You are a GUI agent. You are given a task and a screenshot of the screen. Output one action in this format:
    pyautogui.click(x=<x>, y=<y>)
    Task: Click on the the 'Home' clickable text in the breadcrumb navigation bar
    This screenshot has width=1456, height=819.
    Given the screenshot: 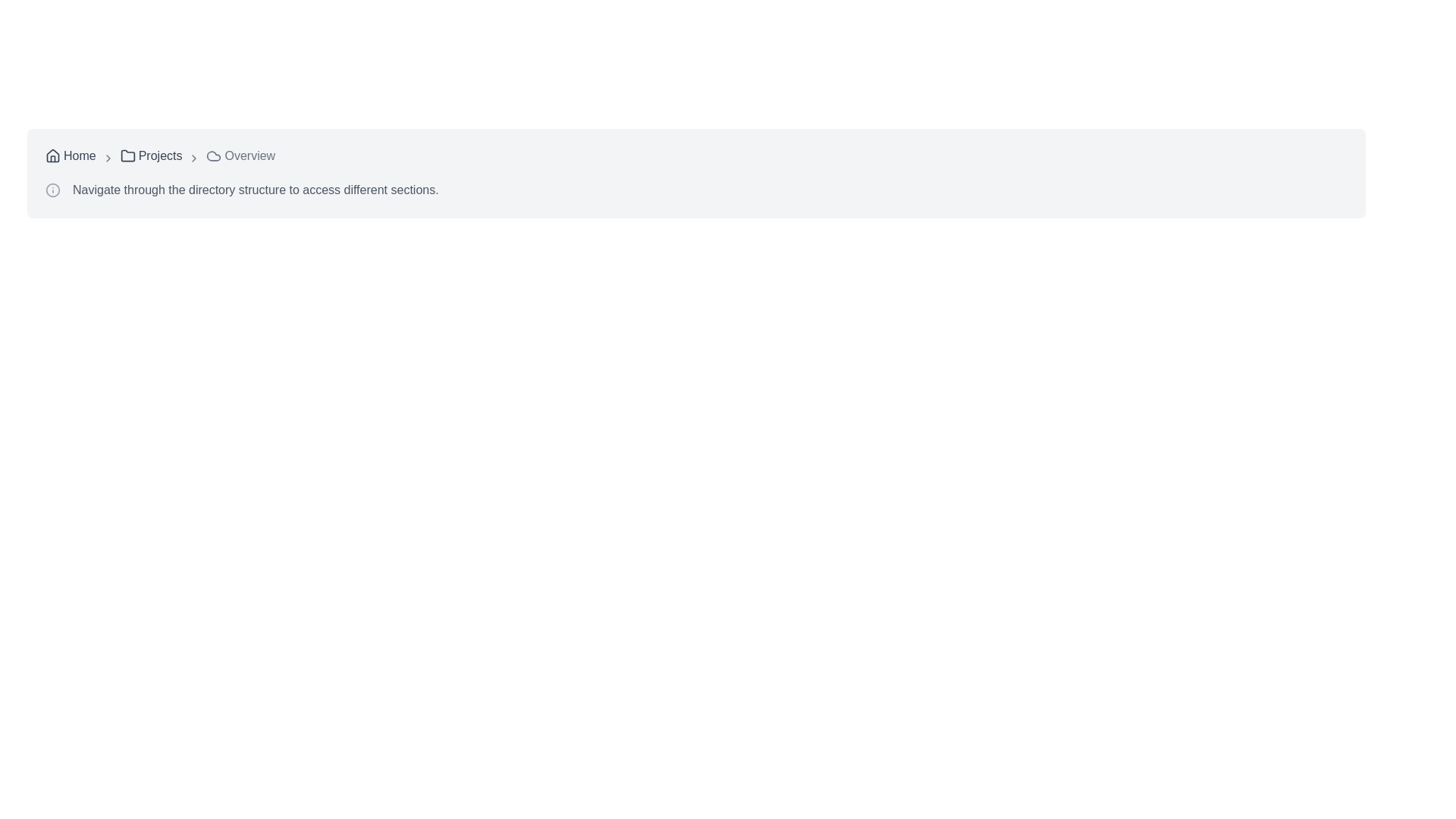 What is the action you would take?
    pyautogui.click(x=70, y=158)
    